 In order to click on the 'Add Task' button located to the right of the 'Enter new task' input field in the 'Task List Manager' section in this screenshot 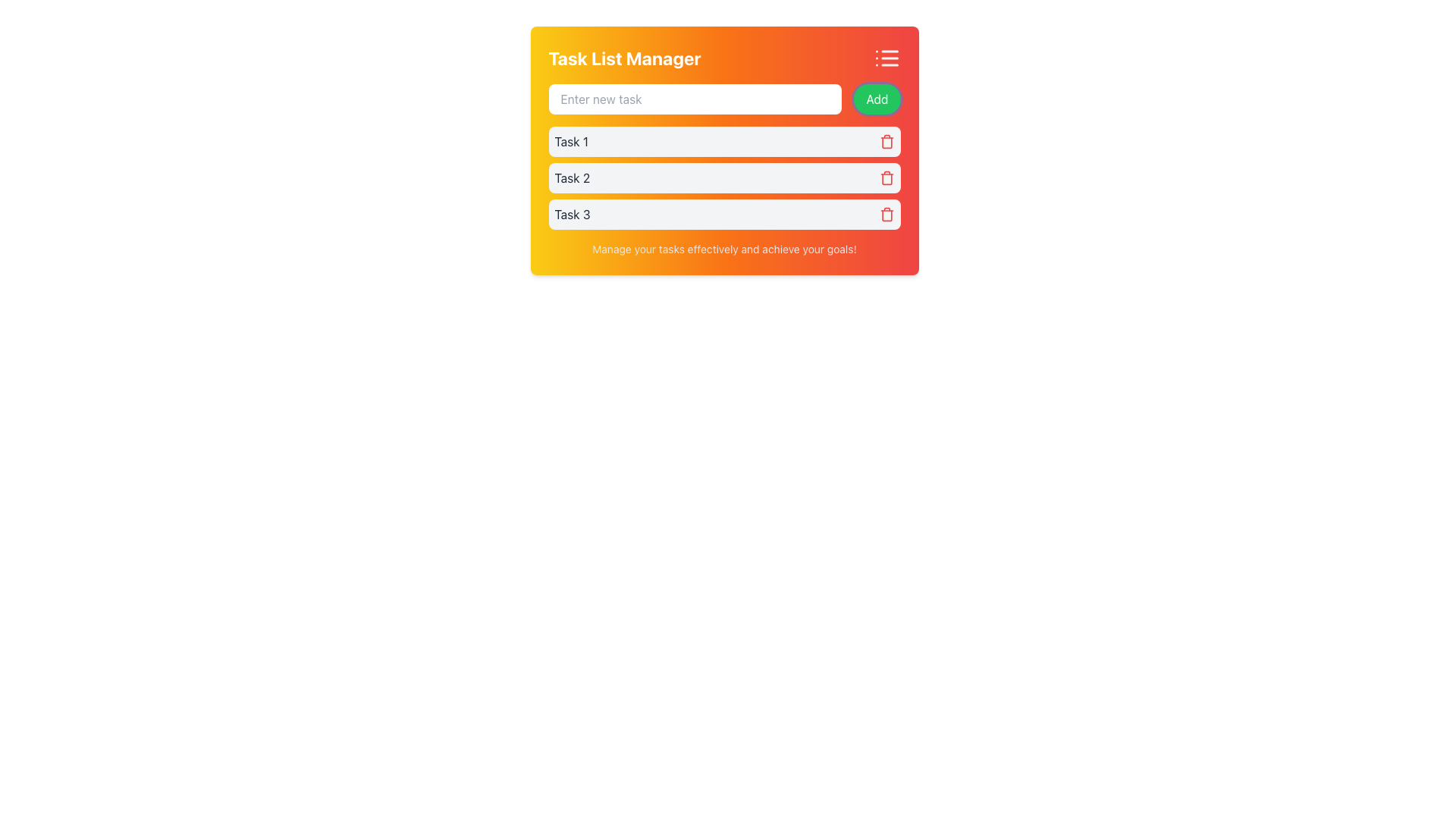, I will do `click(877, 99)`.